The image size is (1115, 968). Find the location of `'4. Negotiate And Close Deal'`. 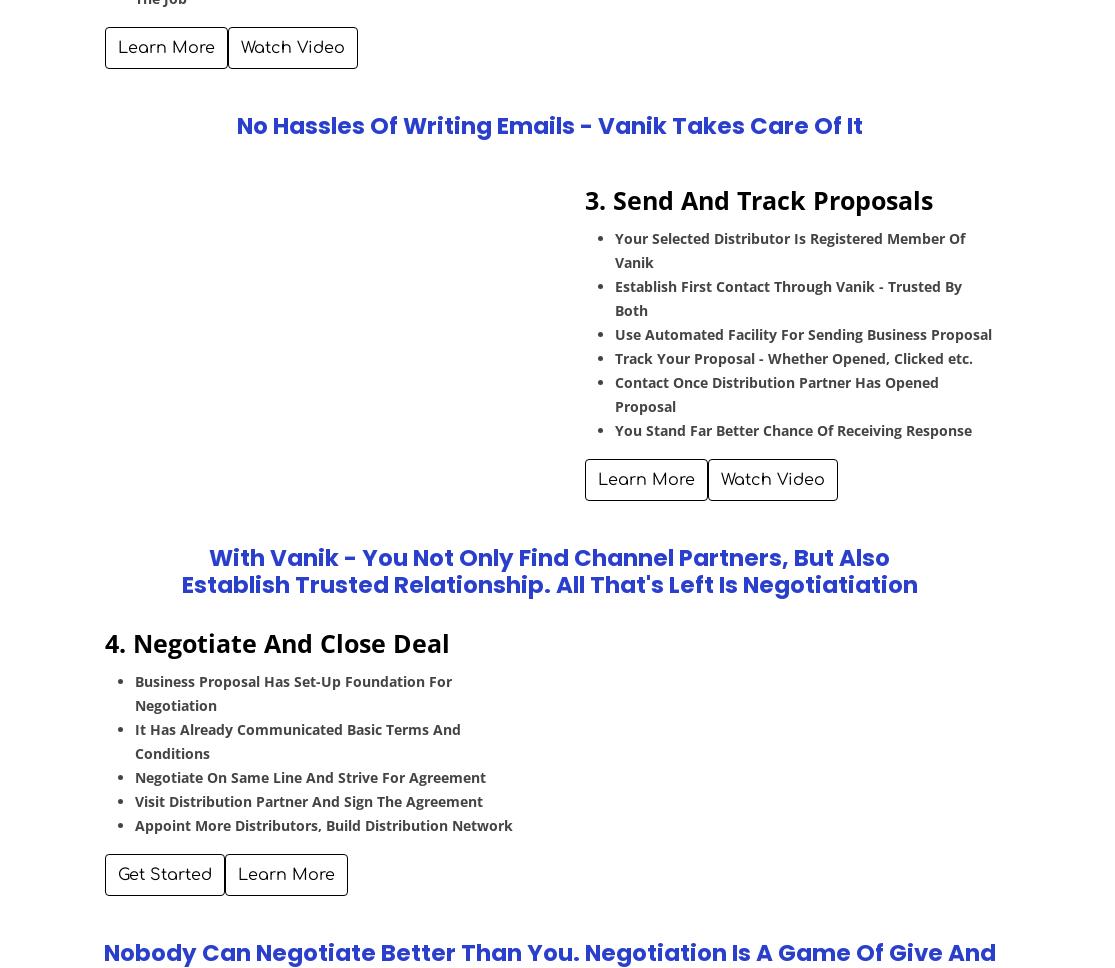

'4. Negotiate And Close Deal' is located at coordinates (277, 640).